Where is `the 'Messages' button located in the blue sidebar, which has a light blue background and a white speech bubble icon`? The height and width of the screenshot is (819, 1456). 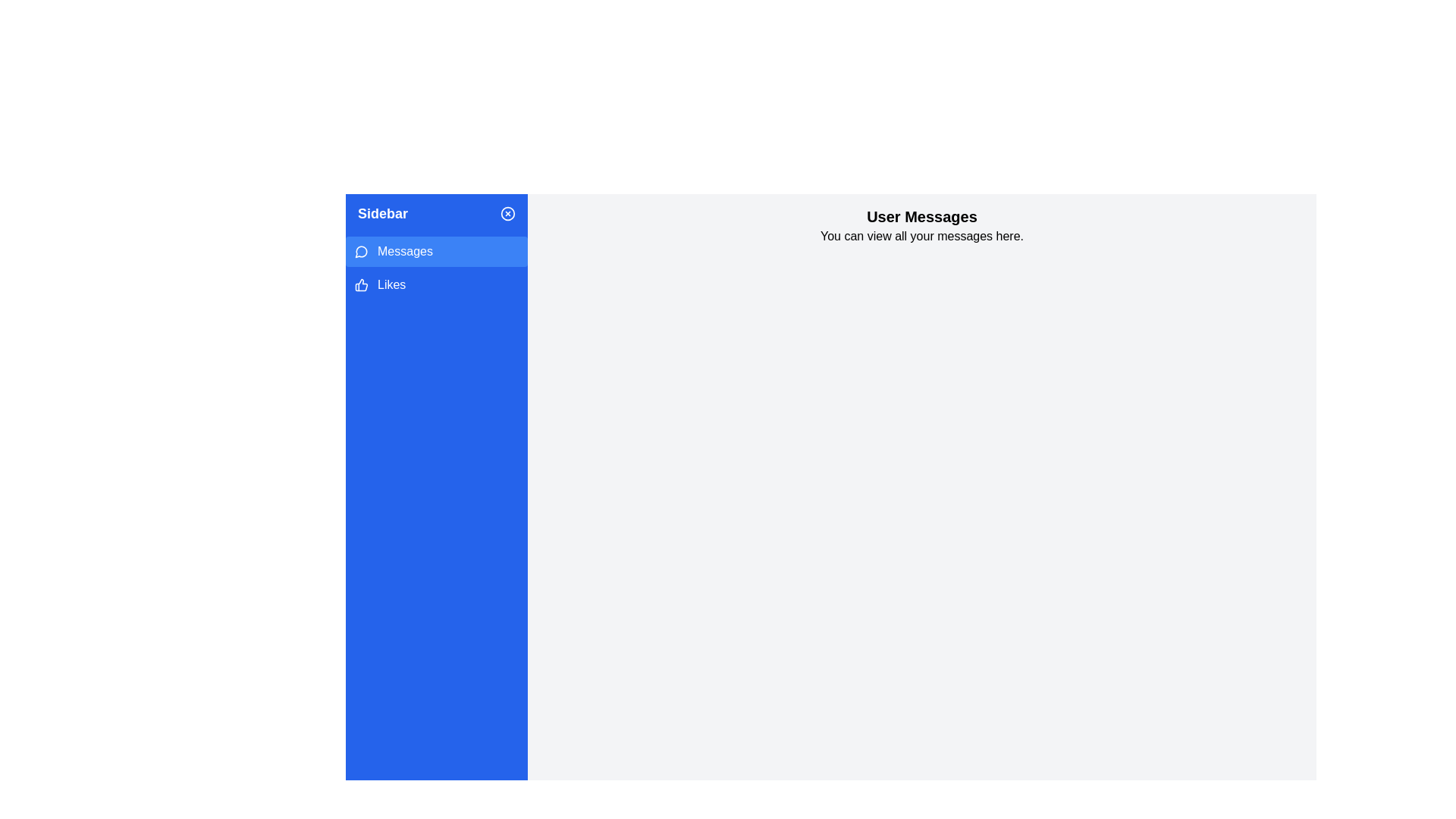 the 'Messages' button located in the blue sidebar, which has a light blue background and a white speech bubble icon is located at coordinates (436, 268).